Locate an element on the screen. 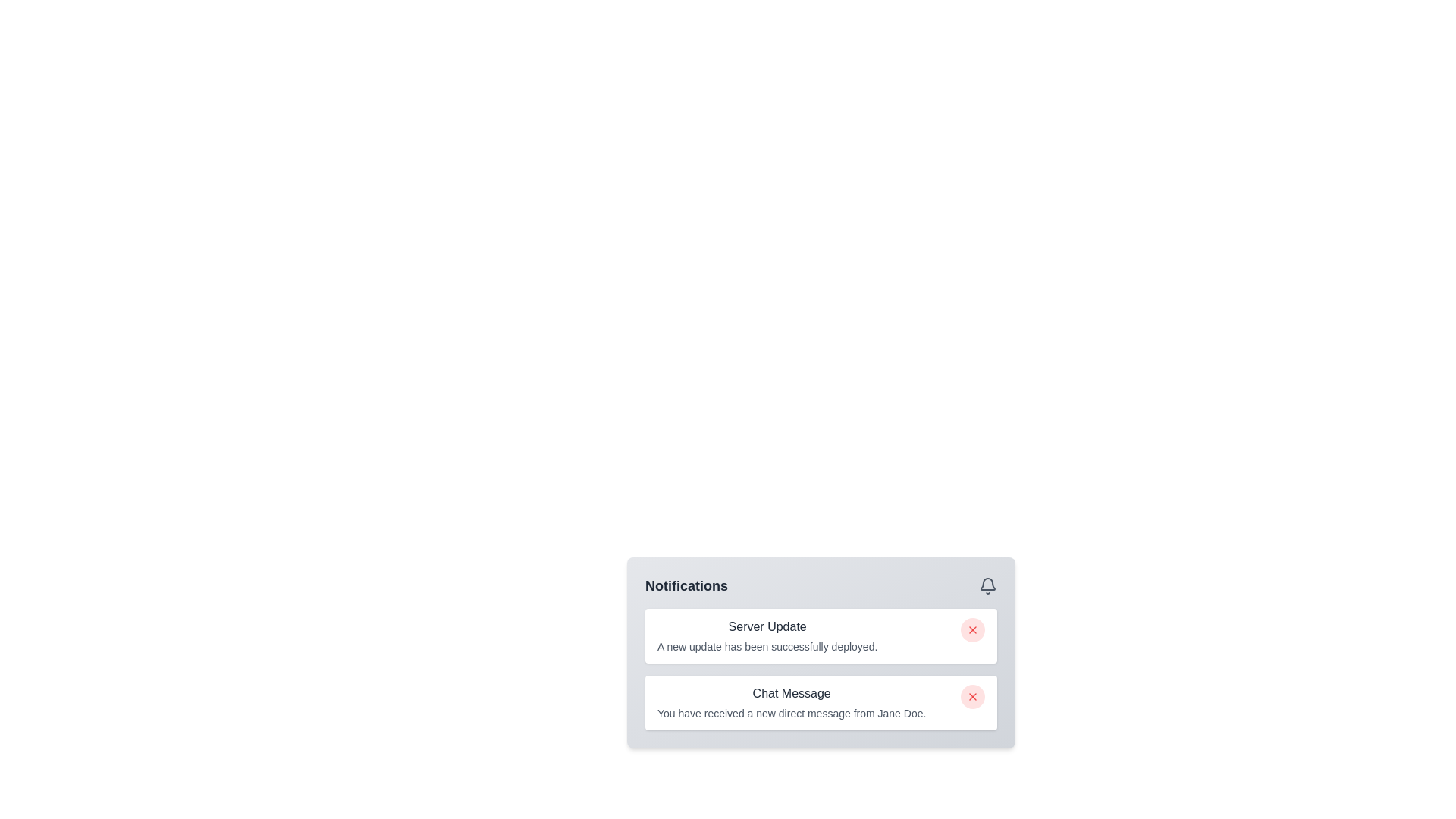 Image resolution: width=1456 pixels, height=819 pixels. the 'Chat Message' text label styled in medium gray font, which is located within the second notification box and is positioned above the secondary text is located at coordinates (791, 693).